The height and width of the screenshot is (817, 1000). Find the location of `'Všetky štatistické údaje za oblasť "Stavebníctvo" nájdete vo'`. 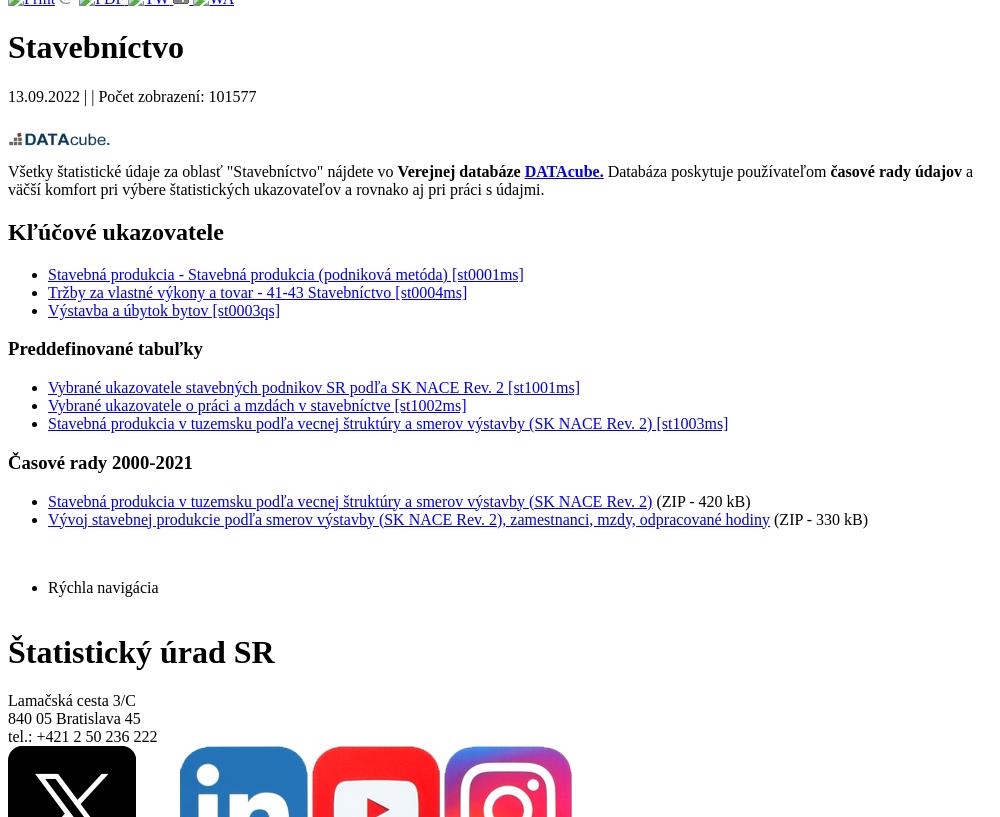

'Všetky štatistické údaje za oblasť "Stavebníctvo" nájdete vo' is located at coordinates (201, 169).